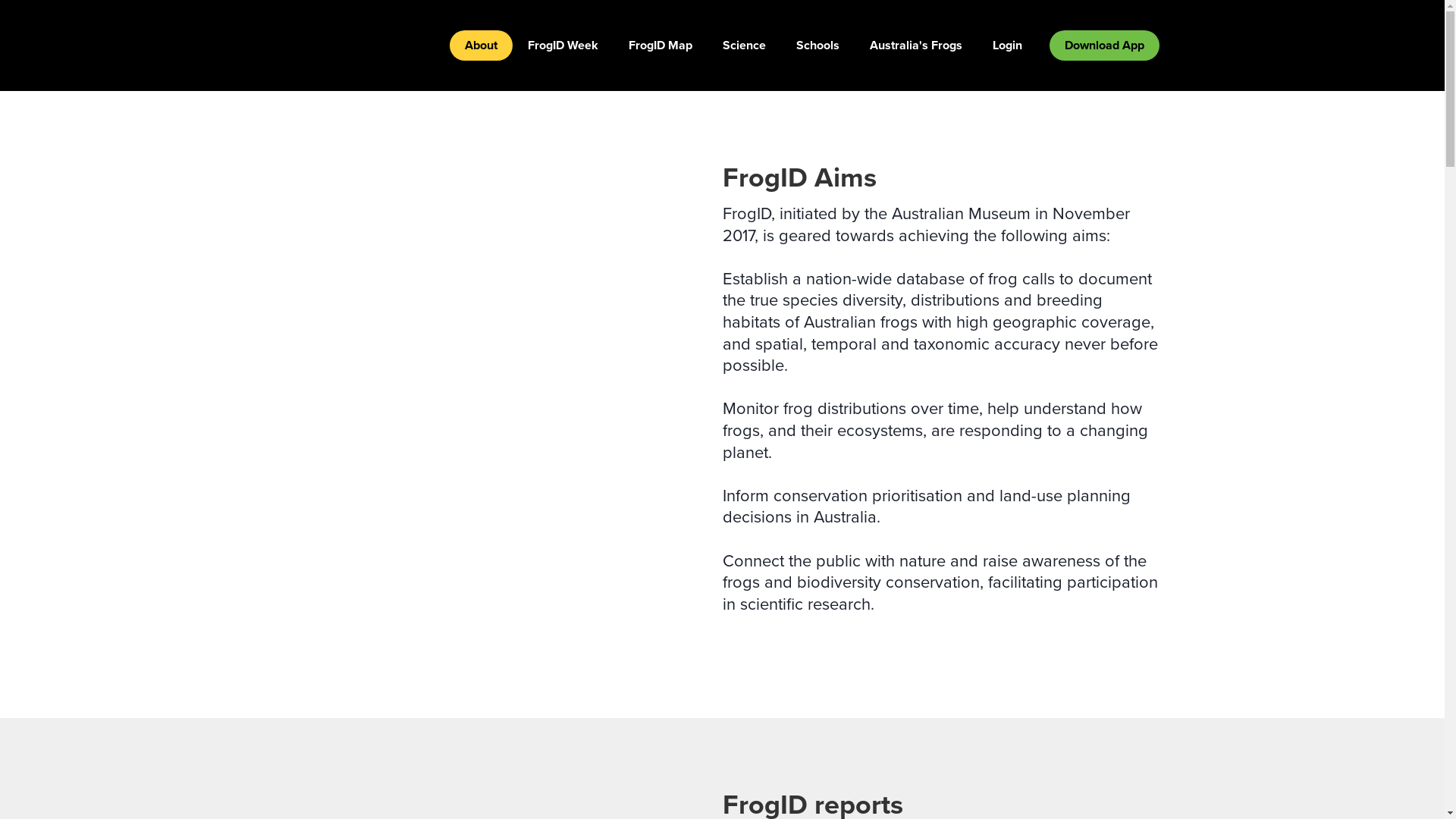 Image resolution: width=1456 pixels, height=819 pixels. Describe the element at coordinates (479, 45) in the screenshot. I see `'About'` at that location.